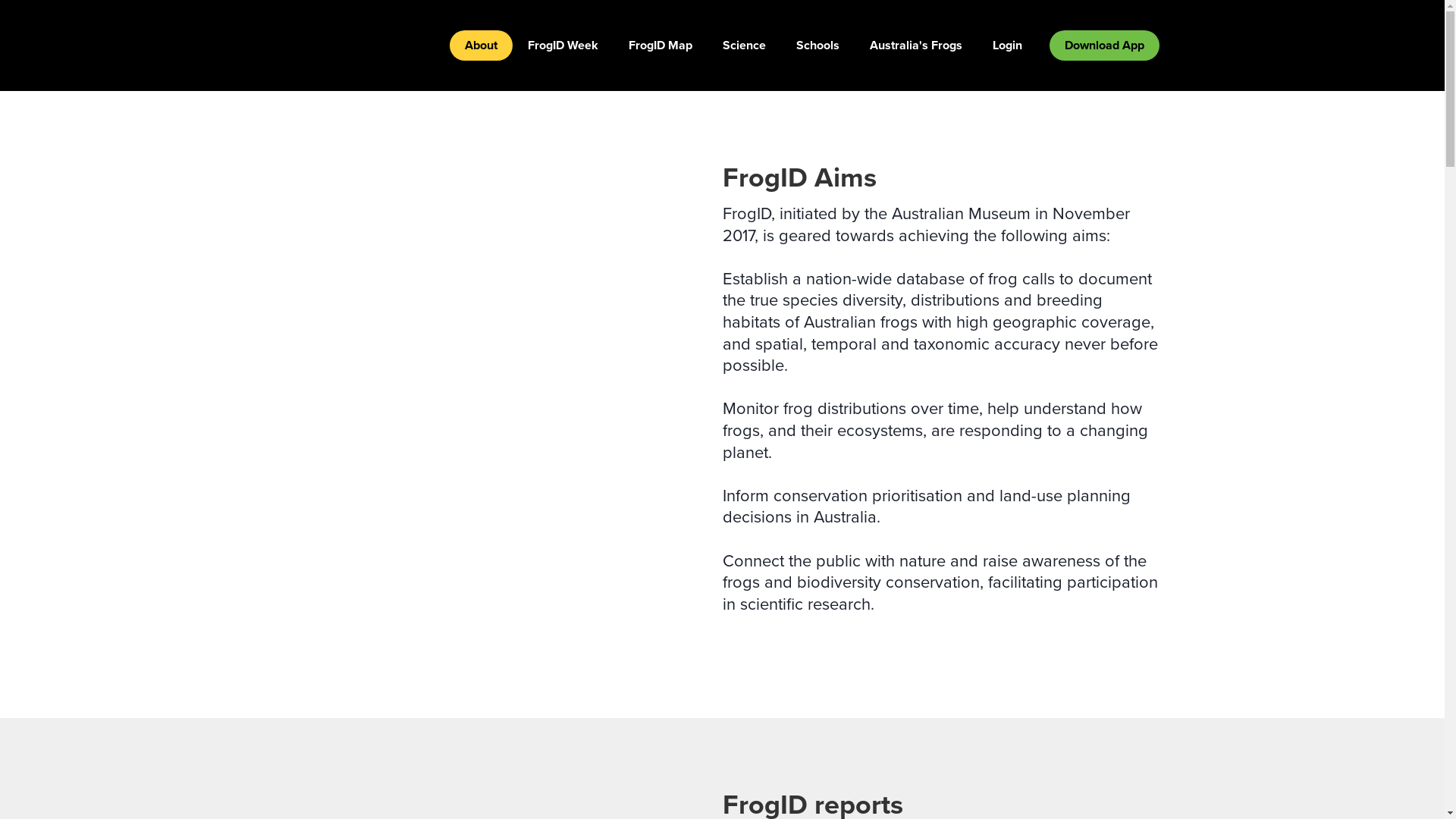 Image resolution: width=1456 pixels, height=819 pixels. Describe the element at coordinates (479, 45) in the screenshot. I see `'About'` at that location.